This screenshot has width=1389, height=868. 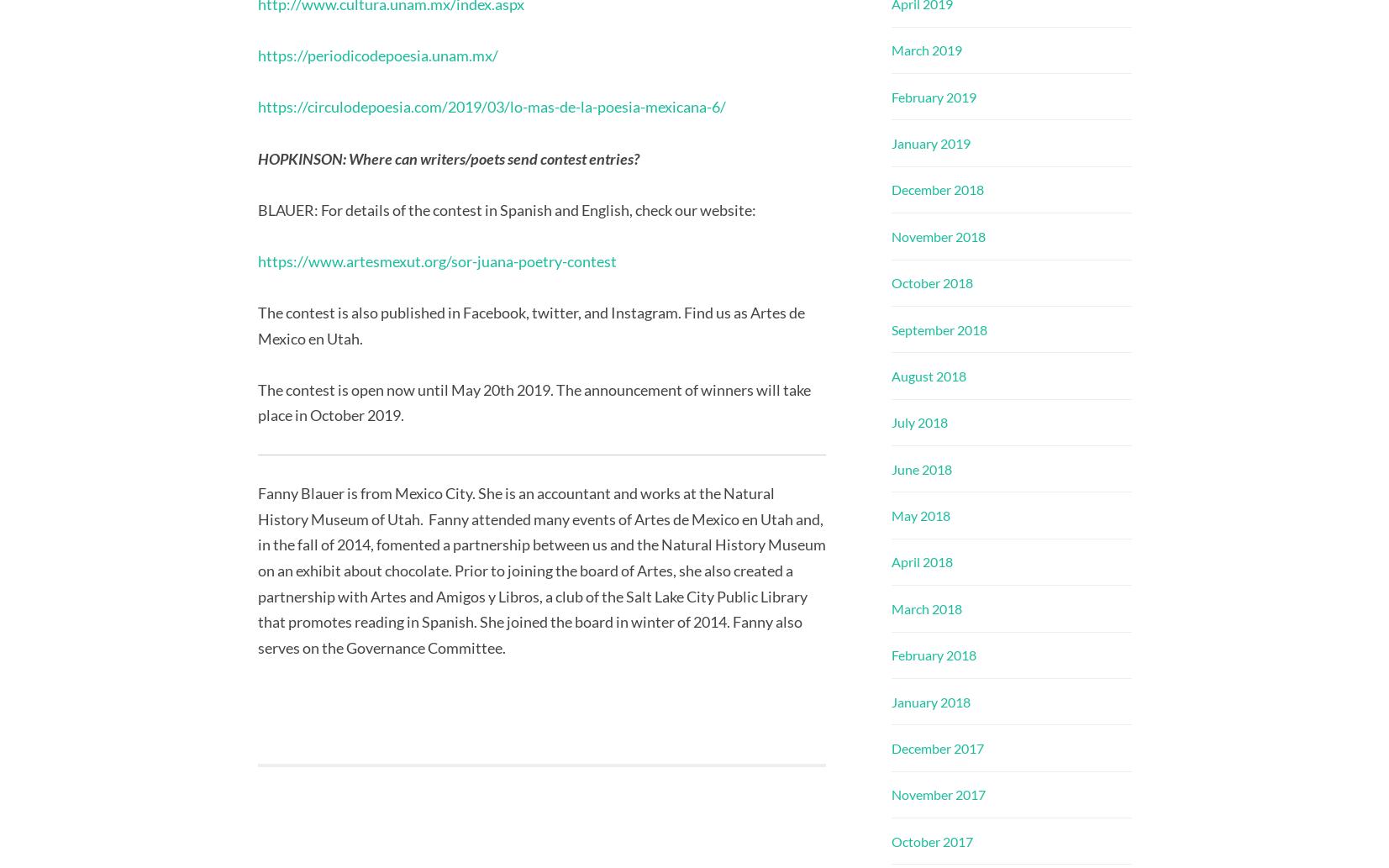 I want to click on 'March 2019', so click(x=926, y=50).